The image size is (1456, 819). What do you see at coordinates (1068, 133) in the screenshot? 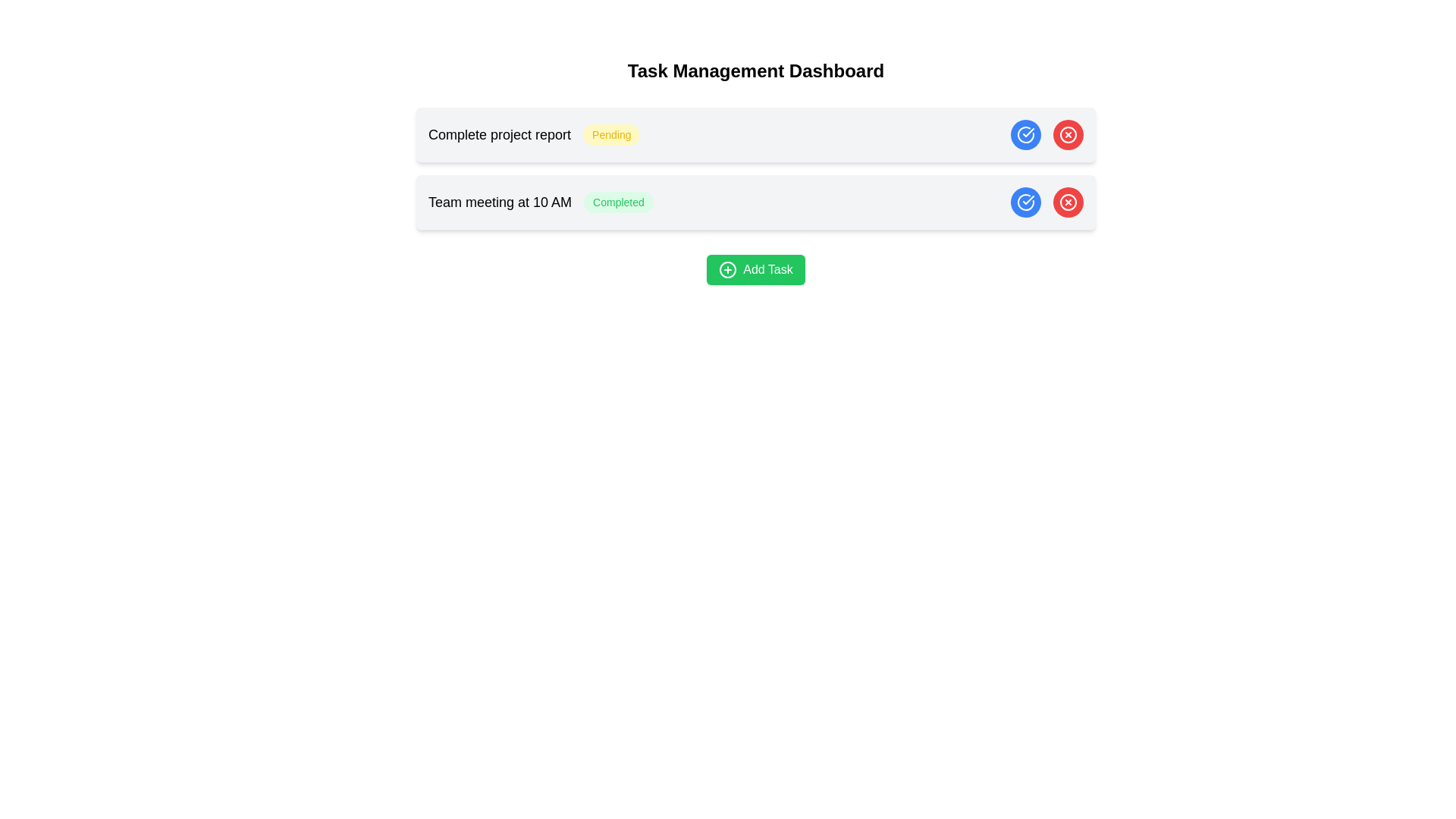
I see `the circular red button with a white cross symbol located at the right end of the top task row to change its background color` at bounding box center [1068, 133].